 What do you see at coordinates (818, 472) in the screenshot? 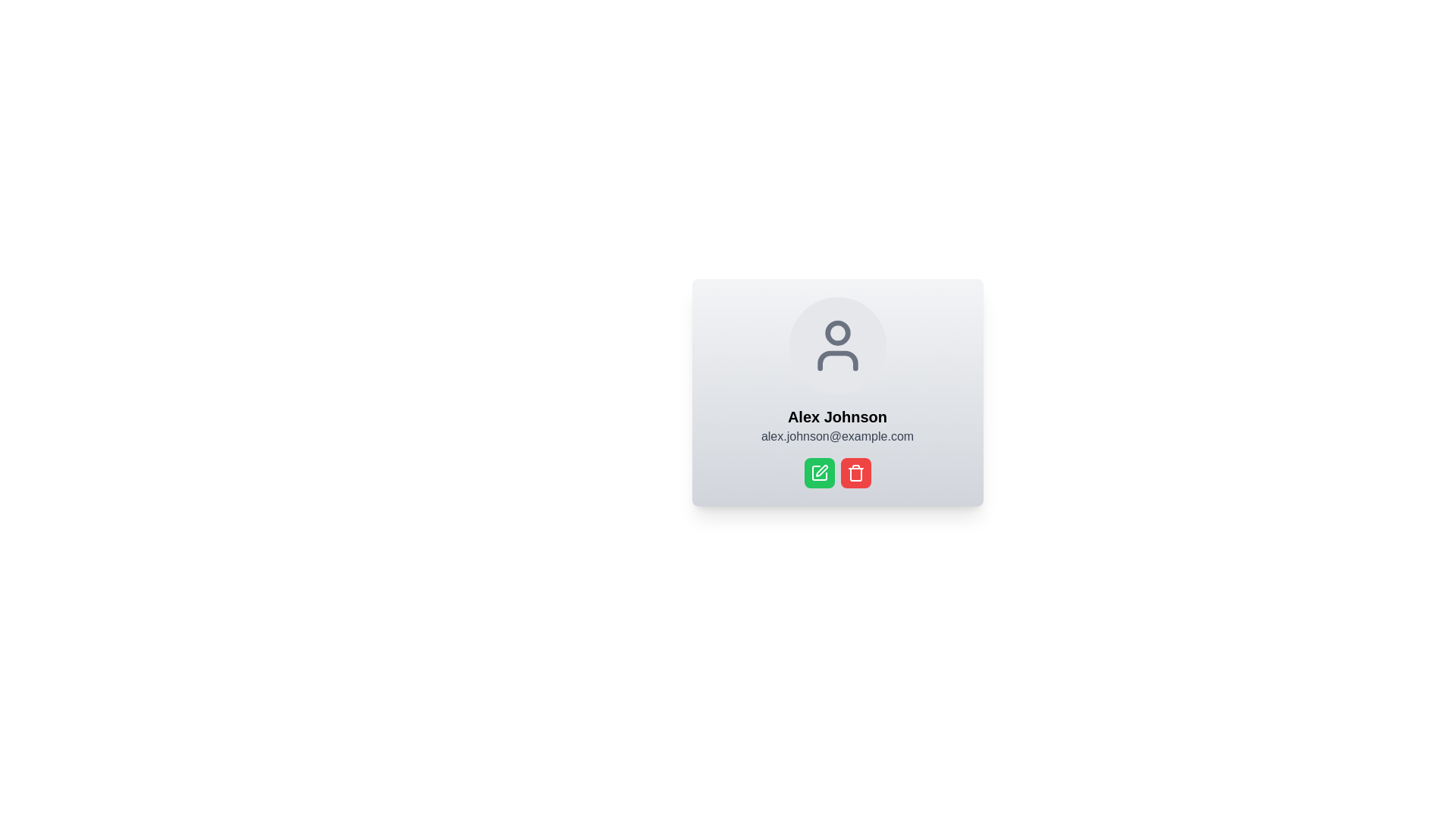
I see `the green square-shaped button with rounded corners and a white pen icon in the center, located at the bottom center of the card` at bounding box center [818, 472].